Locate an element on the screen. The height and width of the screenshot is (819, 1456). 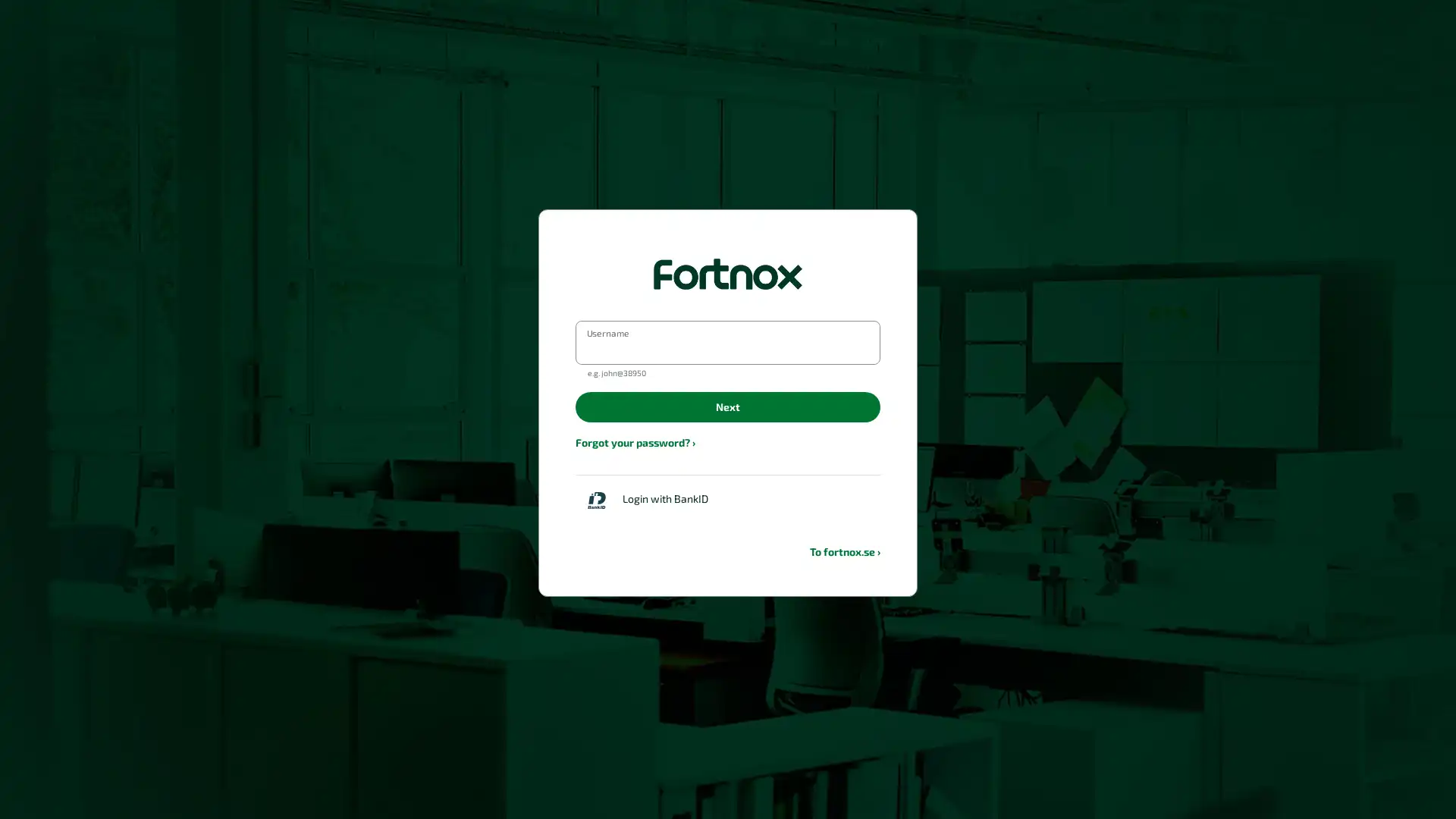
Next is located at coordinates (728, 406).